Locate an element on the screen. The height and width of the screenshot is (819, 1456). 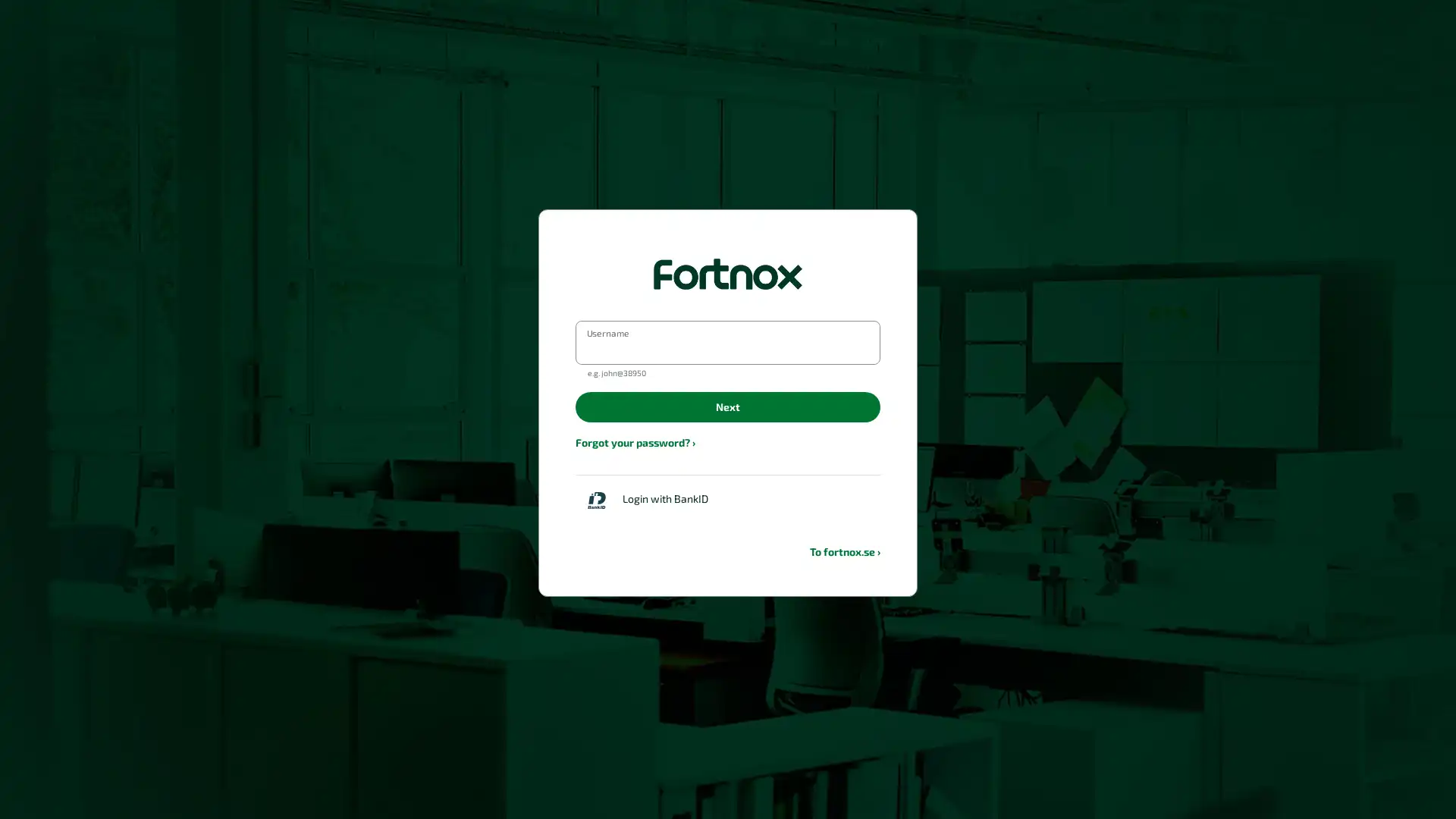
Next is located at coordinates (728, 406).